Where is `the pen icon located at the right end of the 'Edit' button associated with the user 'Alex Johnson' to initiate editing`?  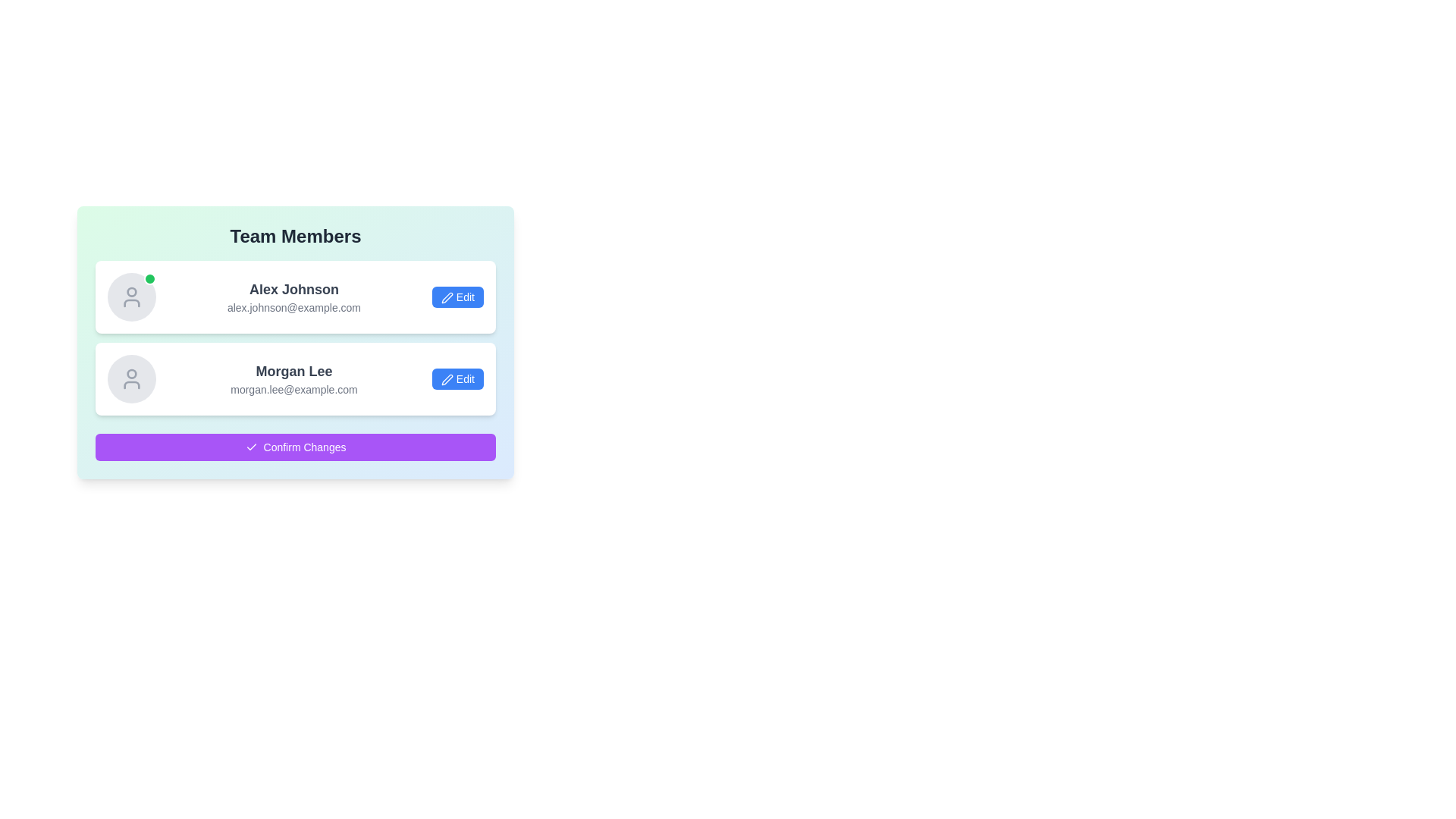 the pen icon located at the right end of the 'Edit' button associated with the user 'Alex Johnson' to initiate editing is located at coordinates (447, 298).